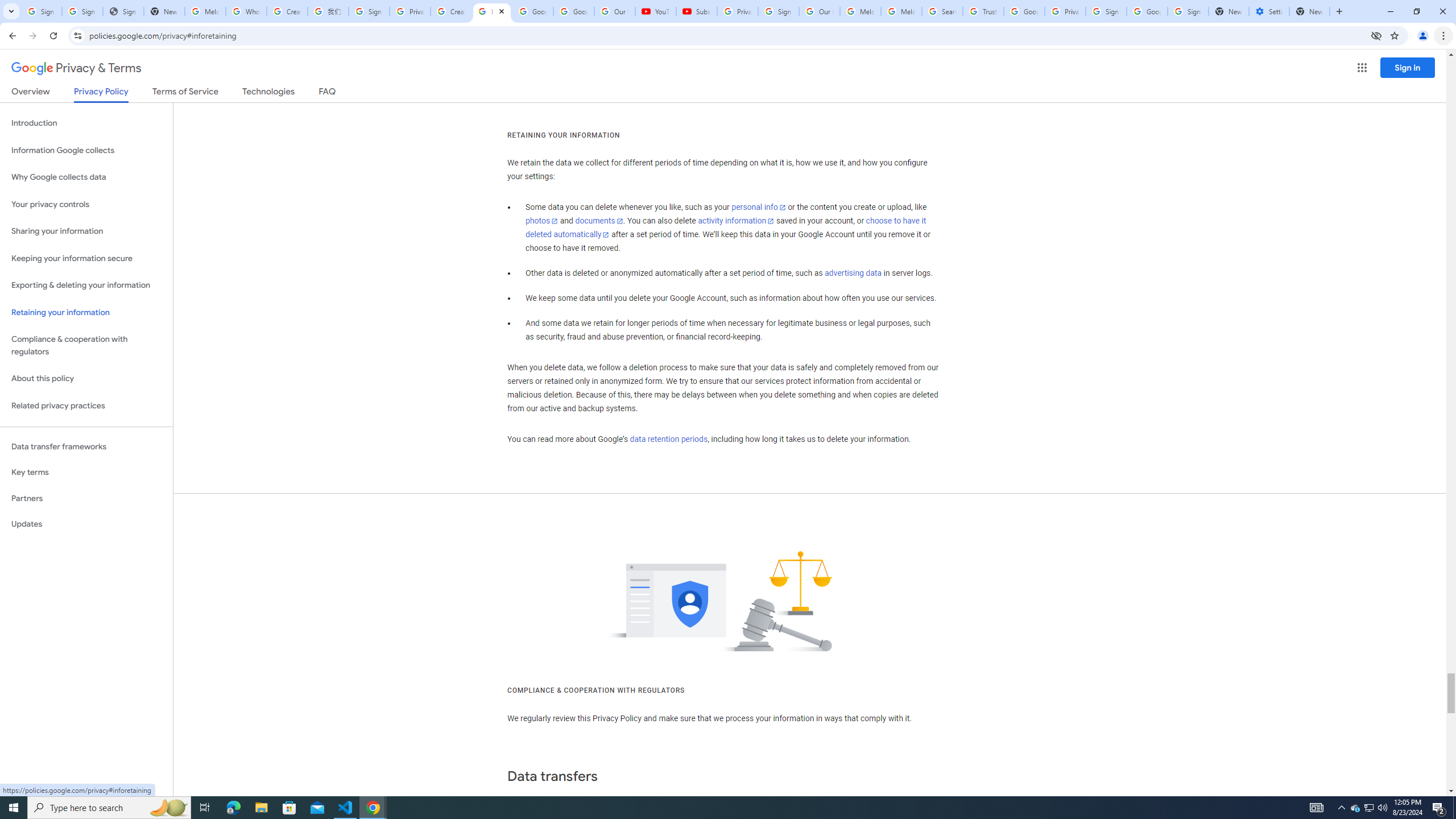 This screenshot has width=1456, height=819. What do you see at coordinates (86, 498) in the screenshot?
I see `'Partners'` at bounding box center [86, 498].